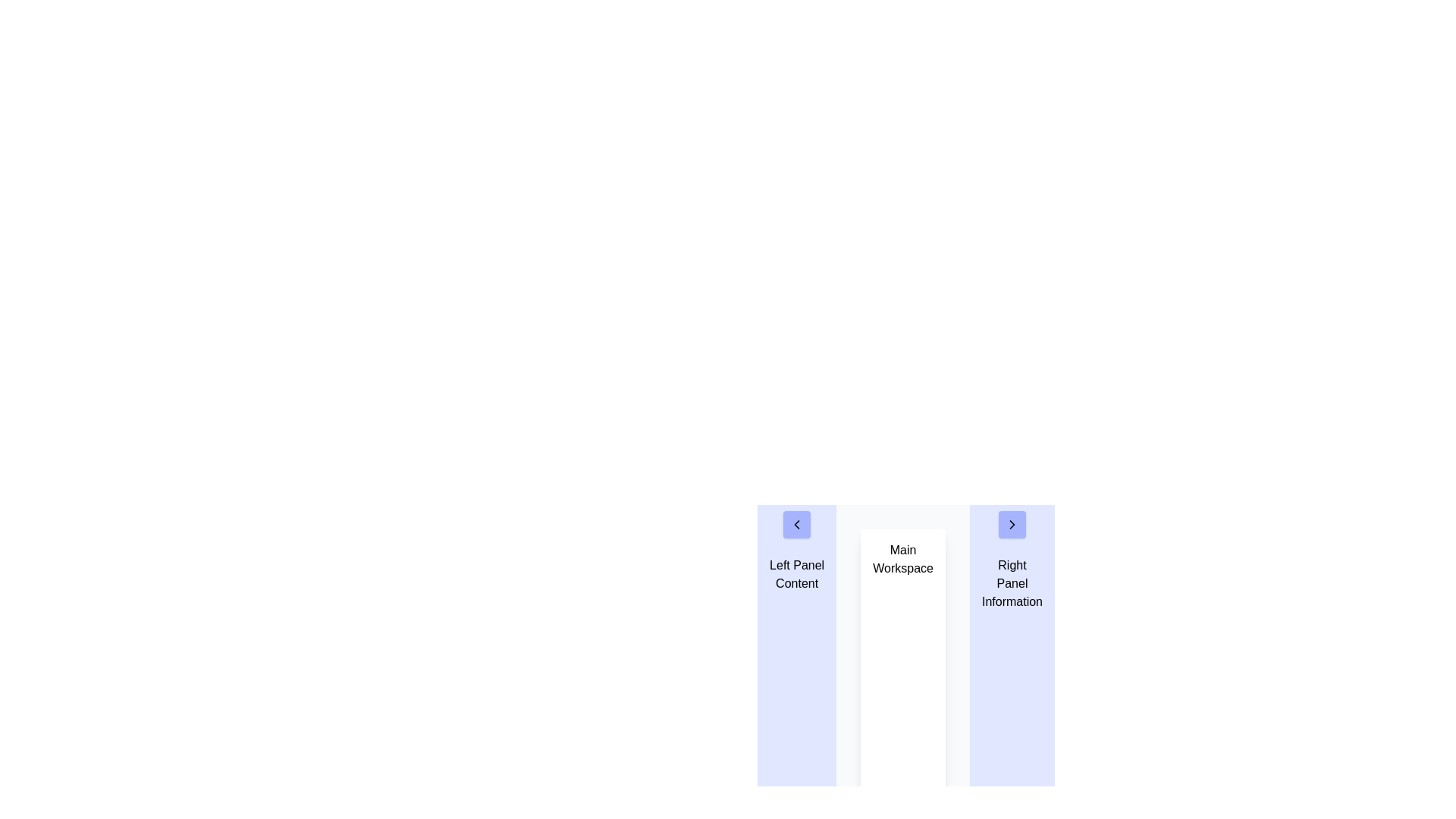 Image resolution: width=1456 pixels, height=819 pixels. I want to click on the navigation button located in the left panel under the header 'Left Panel Content', so click(796, 523).